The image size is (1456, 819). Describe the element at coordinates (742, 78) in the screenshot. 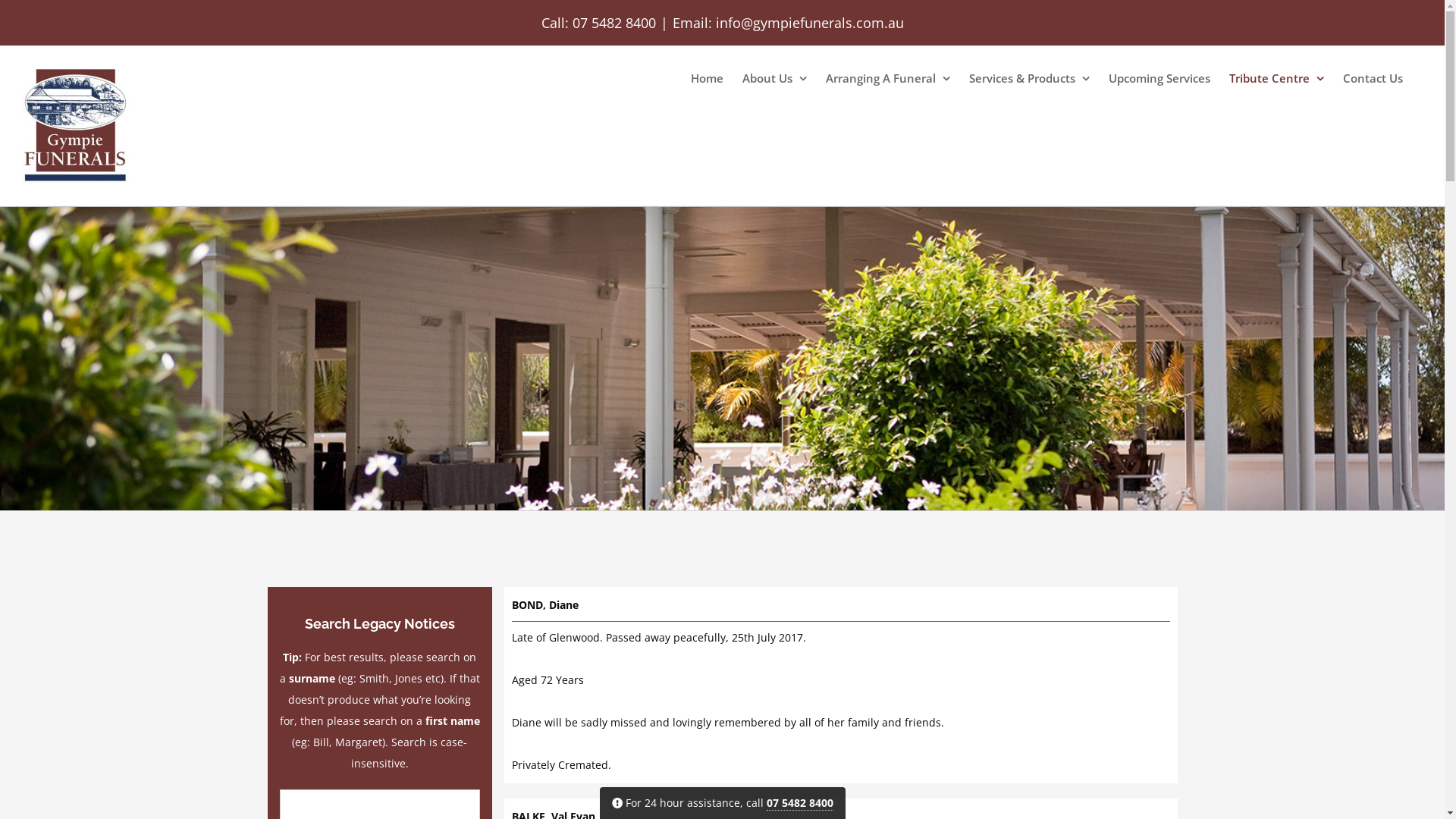

I see `'About Us'` at that location.